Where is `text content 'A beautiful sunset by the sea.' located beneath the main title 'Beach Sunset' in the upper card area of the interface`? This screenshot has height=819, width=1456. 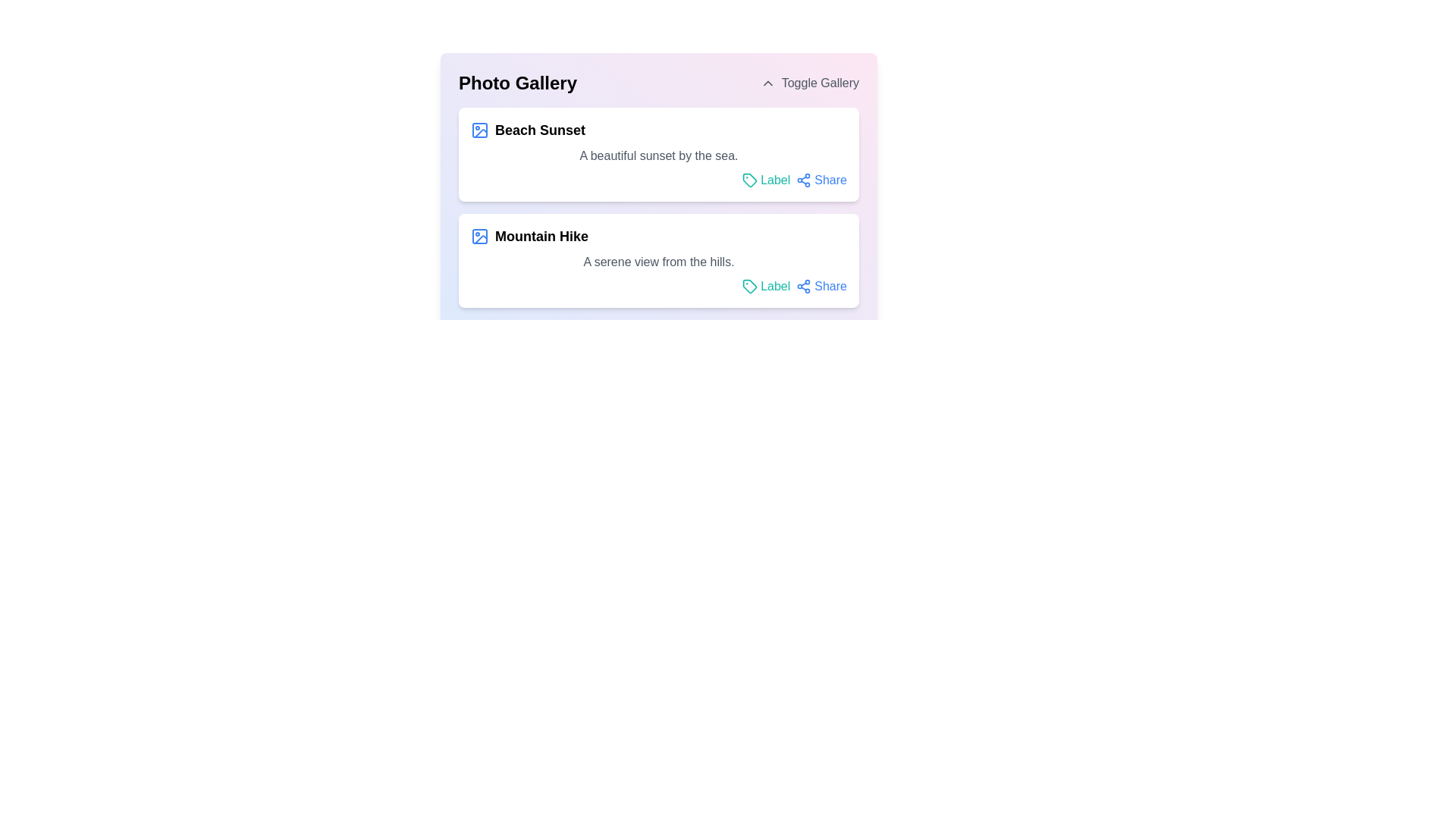
text content 'A beautiful sunset by the sea.' located beneath the main title 'Beach Sunset' in the upper card area of the interface is located at coordinates (658, 155).